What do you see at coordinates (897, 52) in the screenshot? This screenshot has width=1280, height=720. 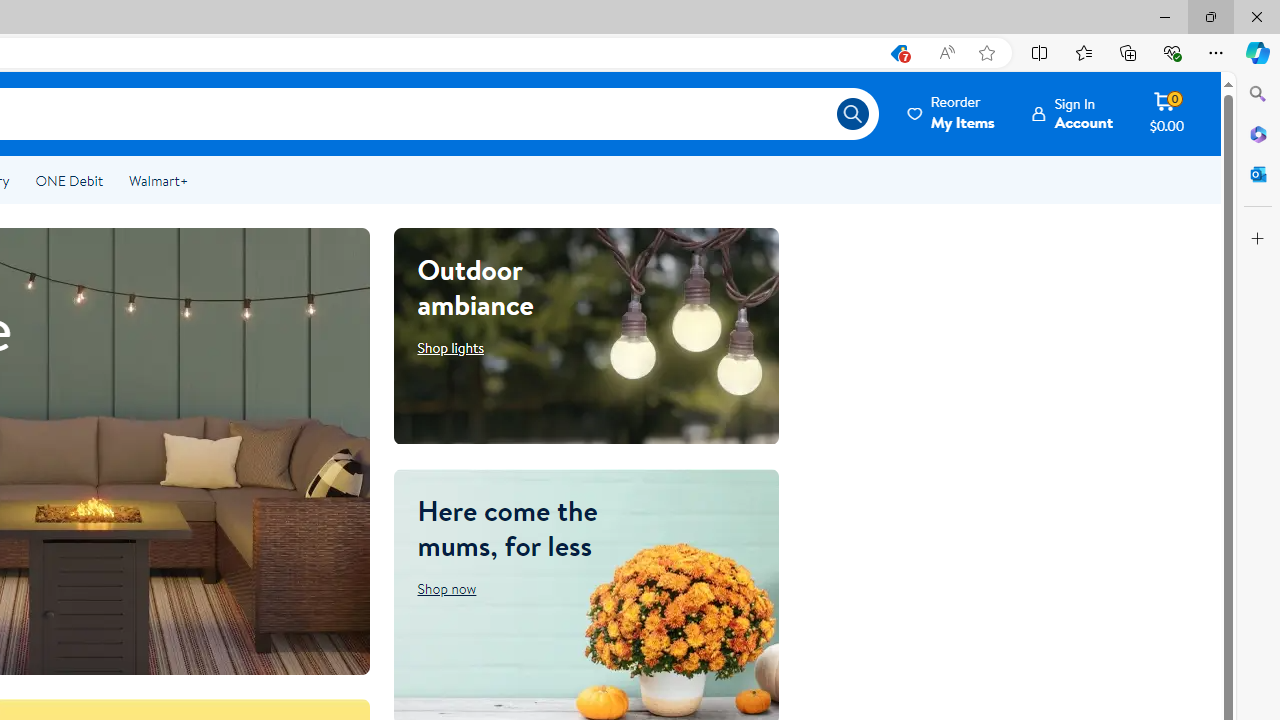 I see `'This site has coupons! Shopping in Microsoft Edge, 7'` at bounding box center [897, 52].